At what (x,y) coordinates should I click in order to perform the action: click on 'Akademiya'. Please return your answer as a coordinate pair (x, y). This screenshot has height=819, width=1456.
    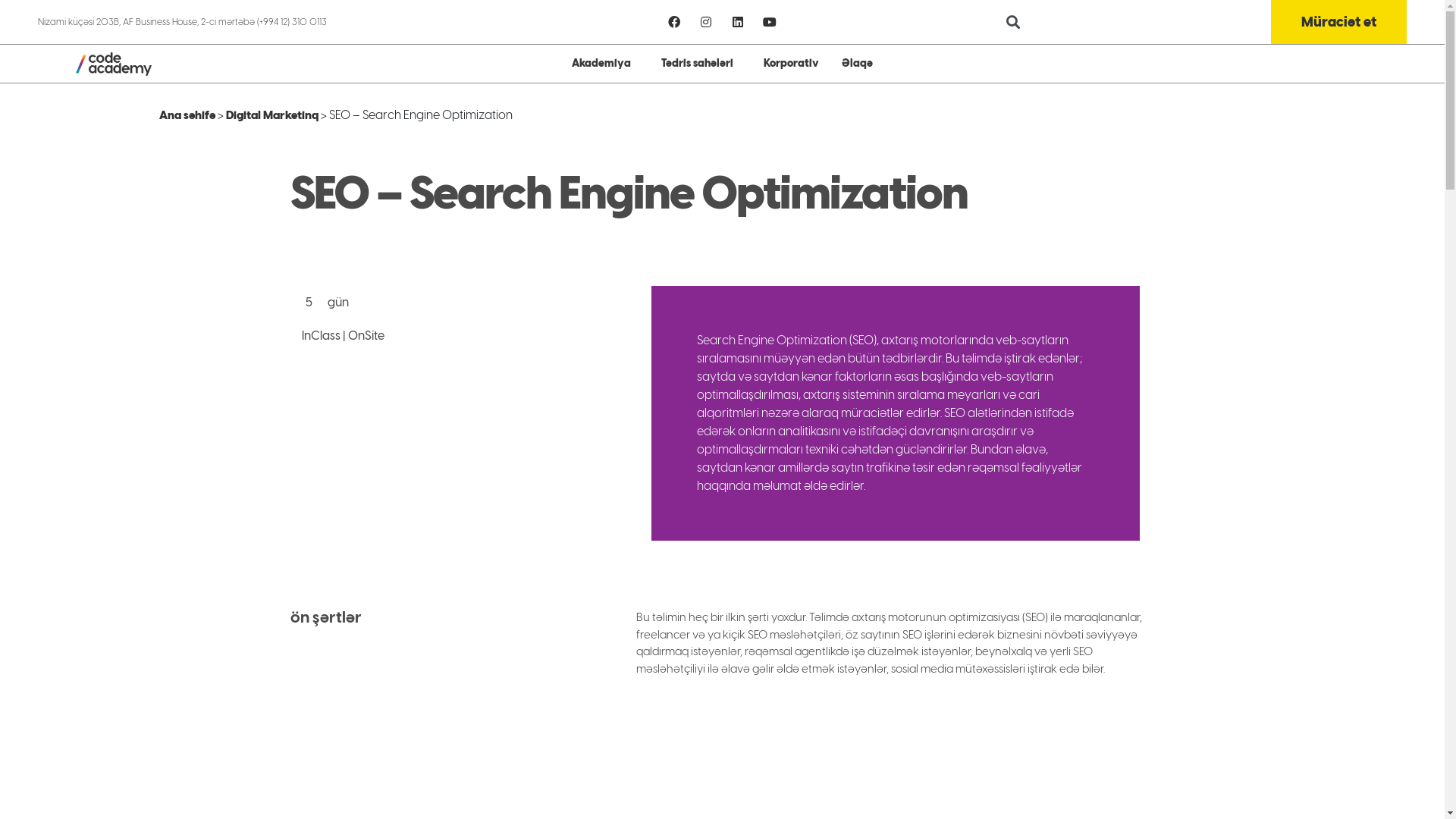
    Looking at the image, I should click on (604, 63).